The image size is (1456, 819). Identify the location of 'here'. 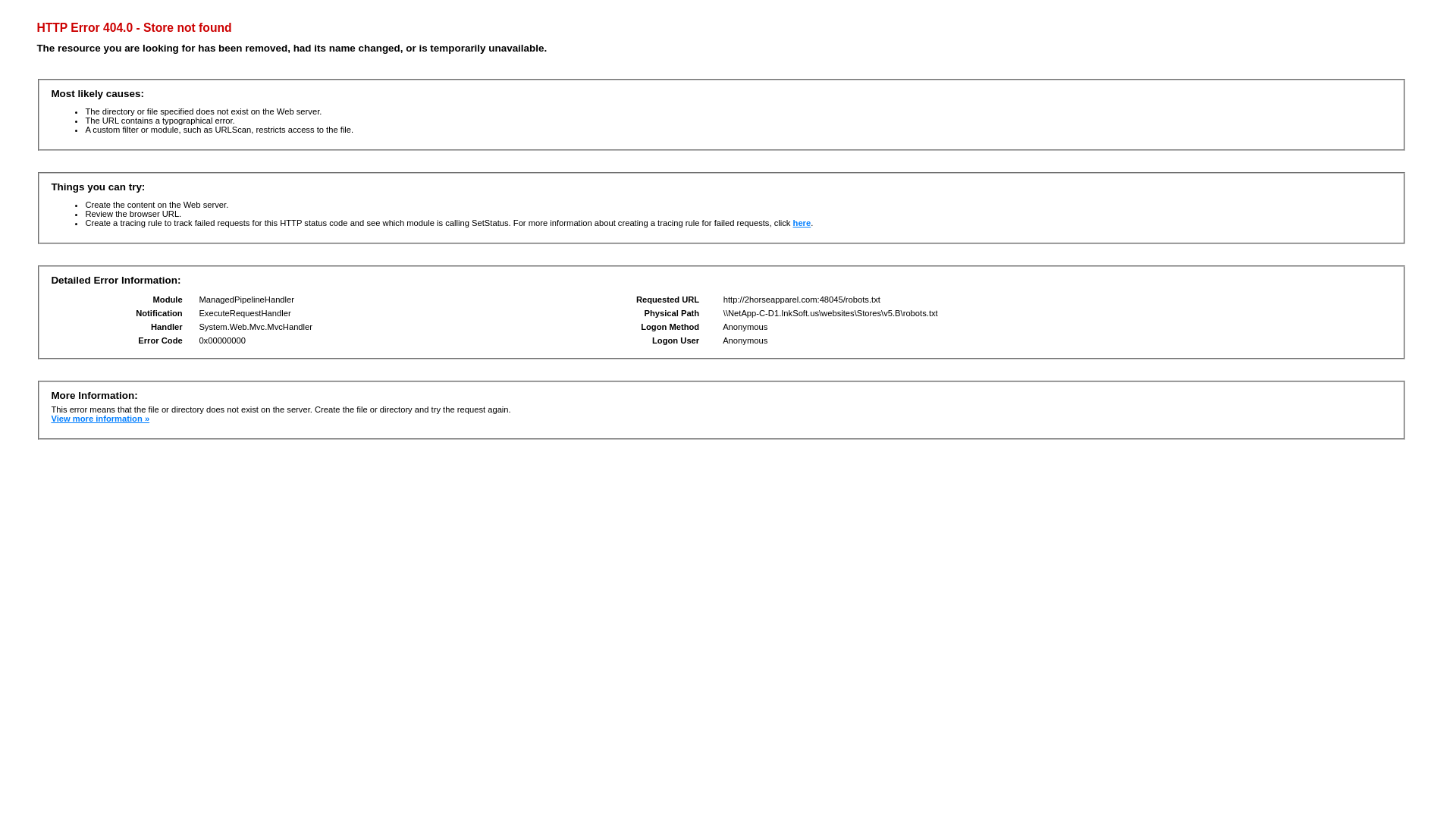
(801, 222).